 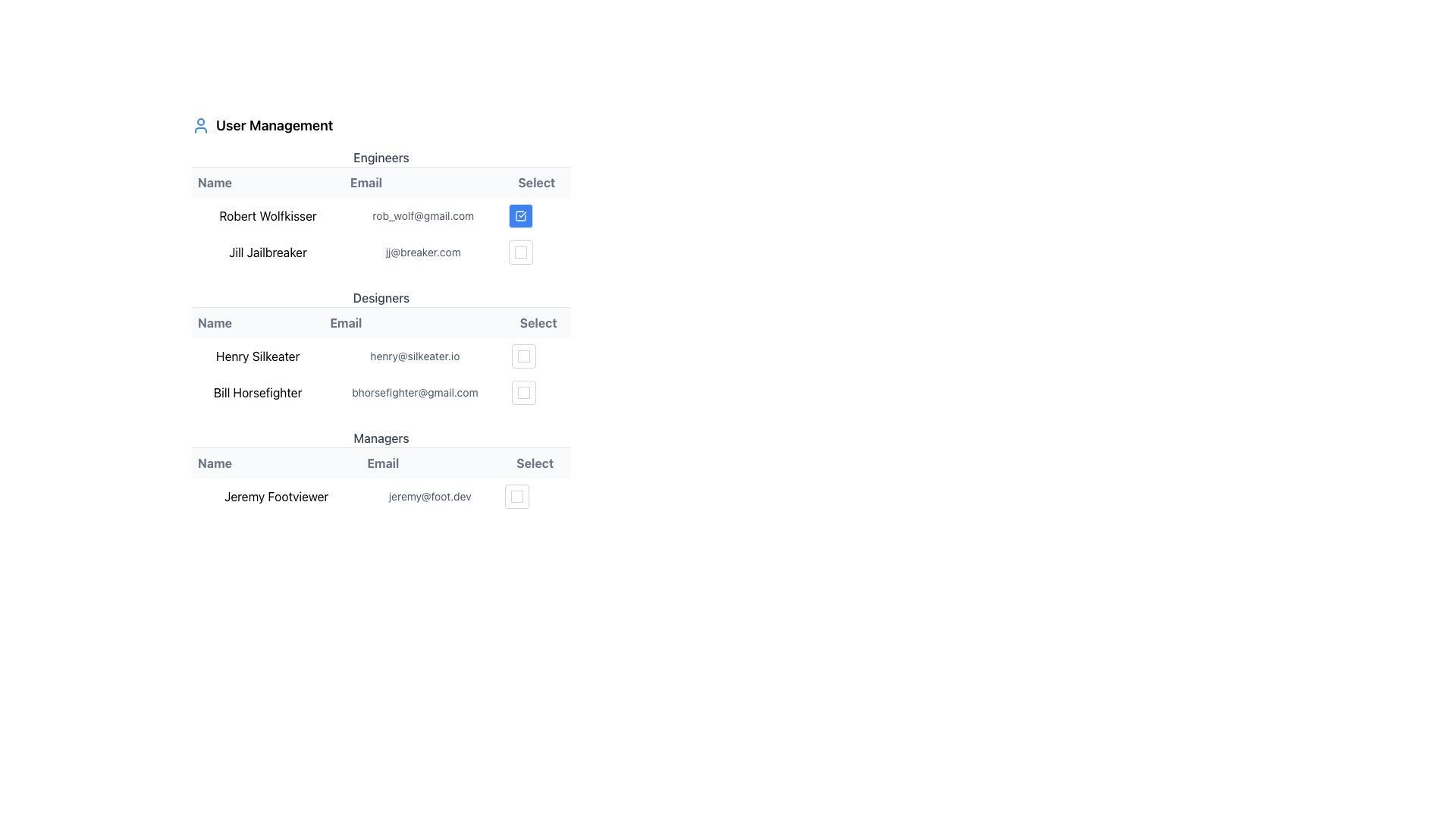 What do you see at coordinates (520, 216) in the screenshot?
I see `the button` at bounding box center [520, 216].